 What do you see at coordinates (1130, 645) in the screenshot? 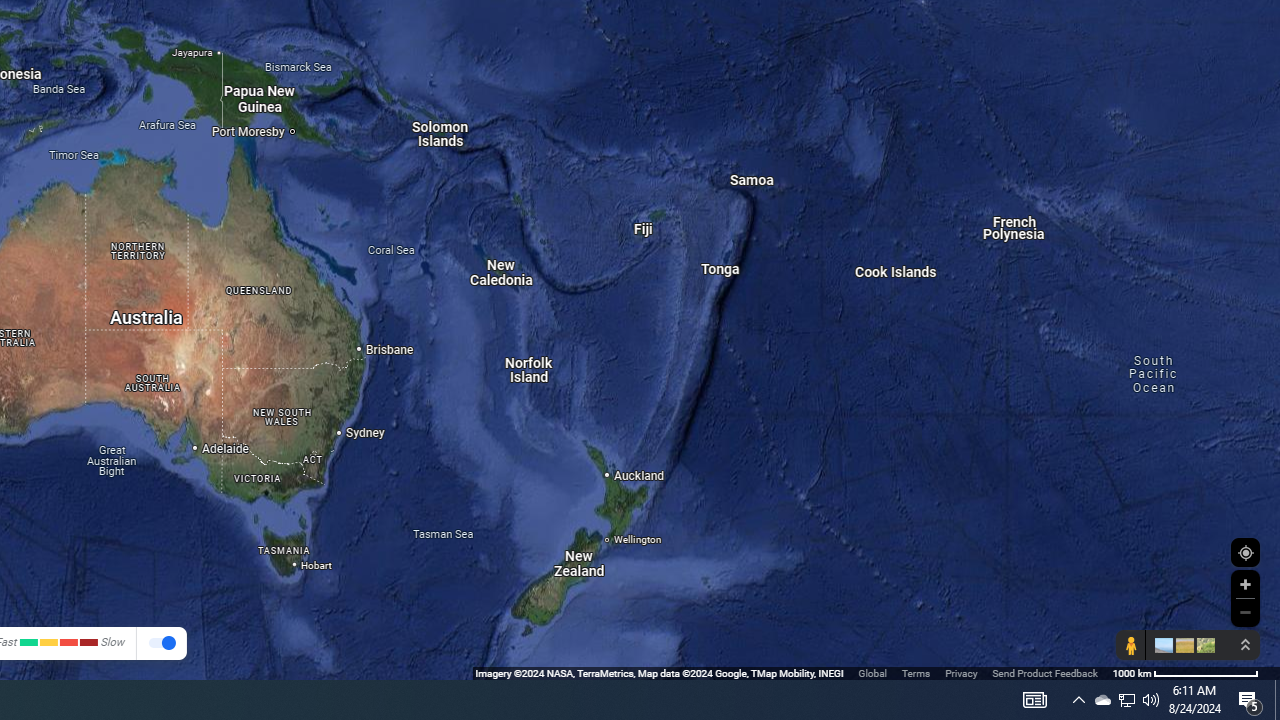
I see `'Show Street View coverage'` at bounding box center [1130, 645].